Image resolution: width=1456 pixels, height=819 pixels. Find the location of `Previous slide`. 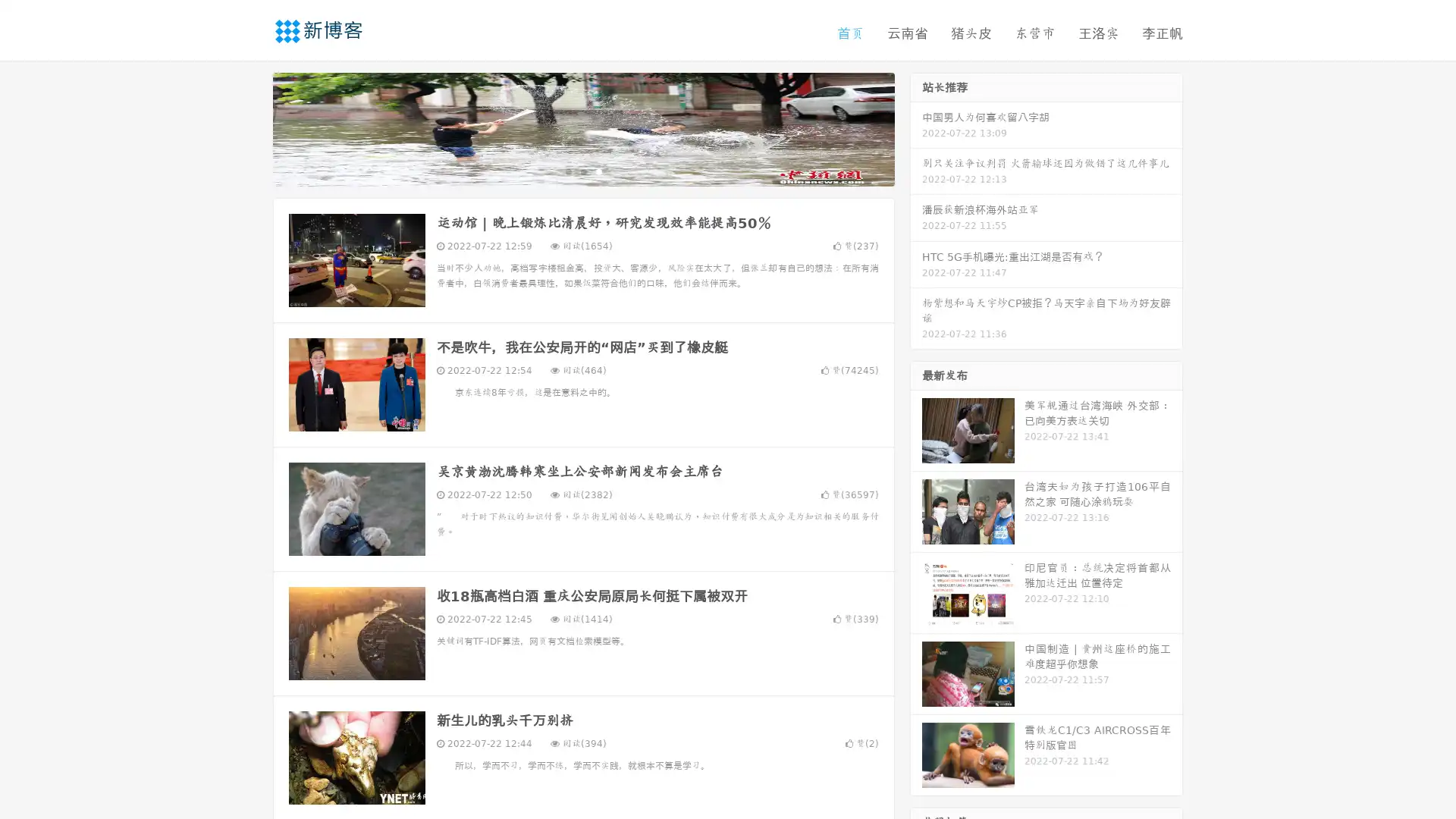

Previous slide is located at coordinates (250, 127).